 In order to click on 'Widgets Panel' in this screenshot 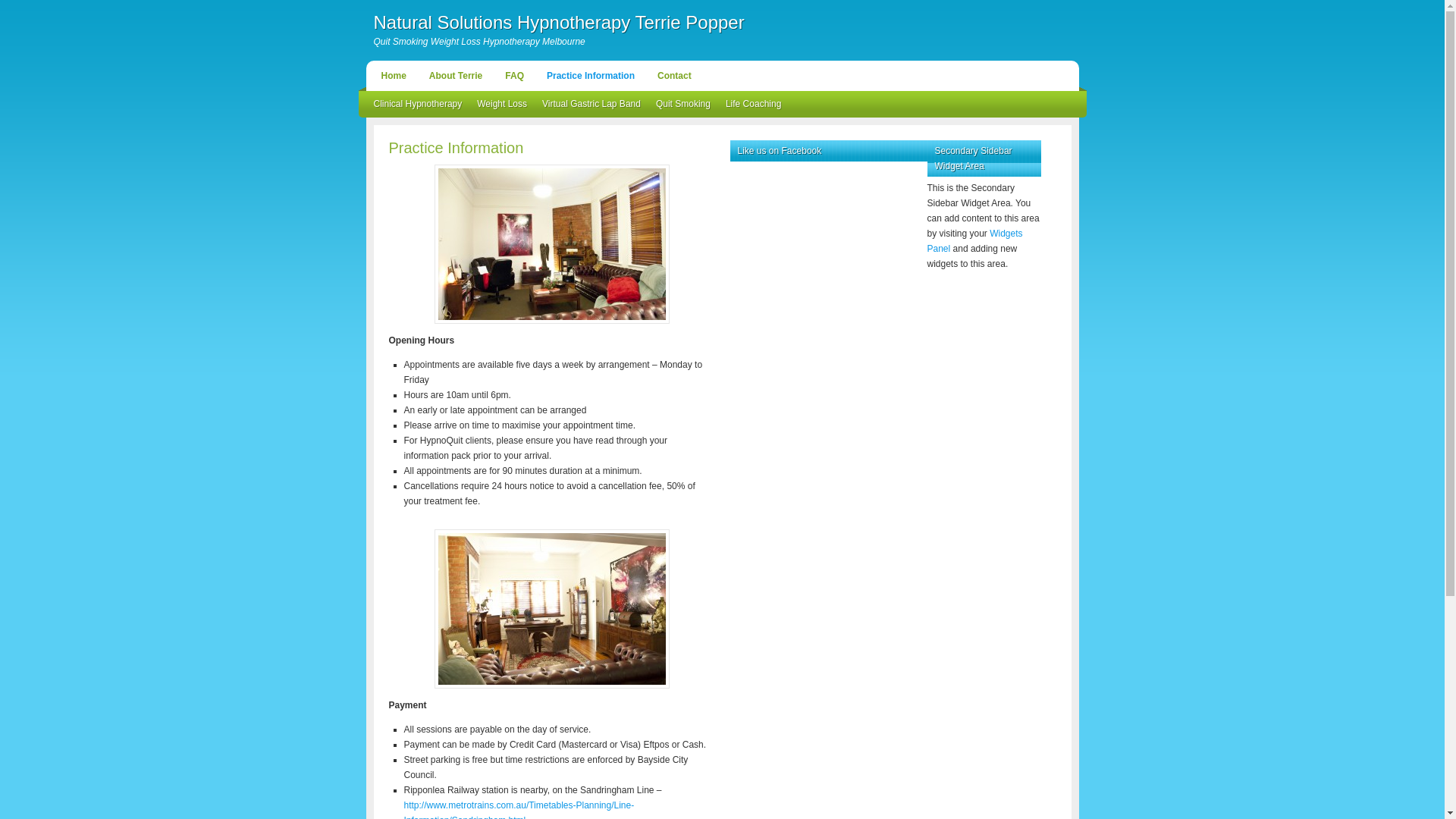, I will do `click(974, 240)`.